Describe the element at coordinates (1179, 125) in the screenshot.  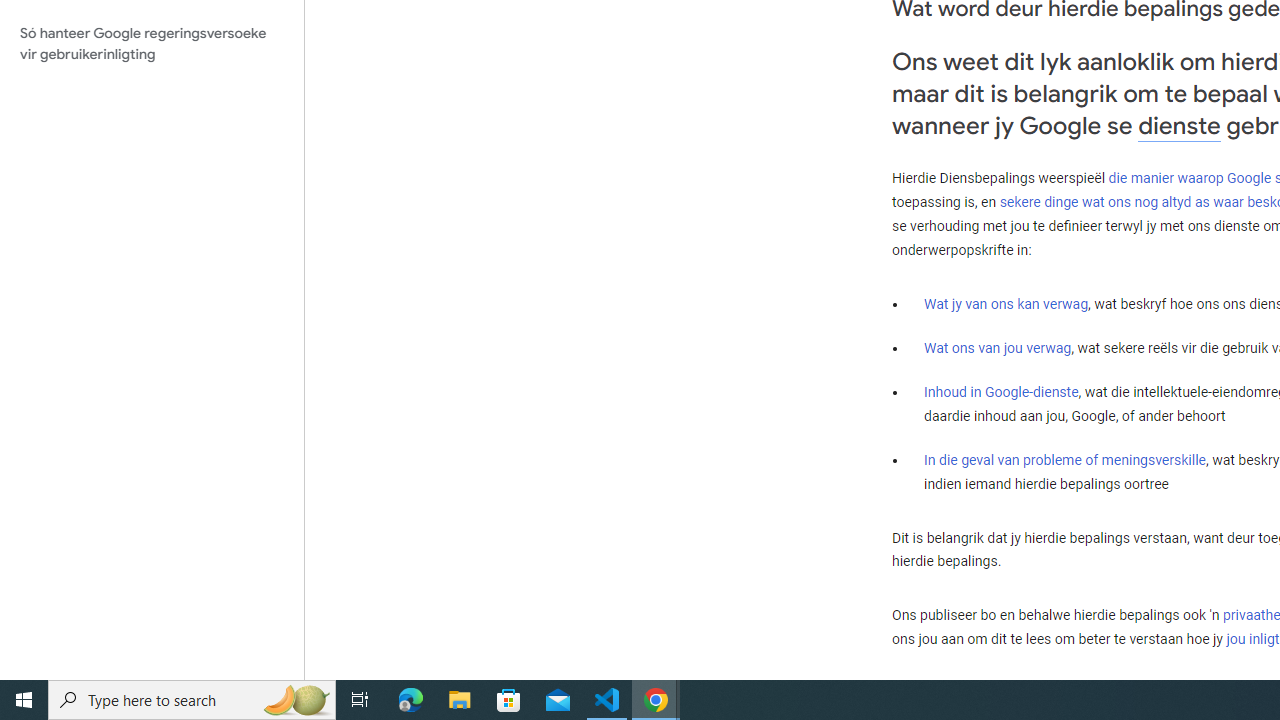
I see `'dienste'` at that location.